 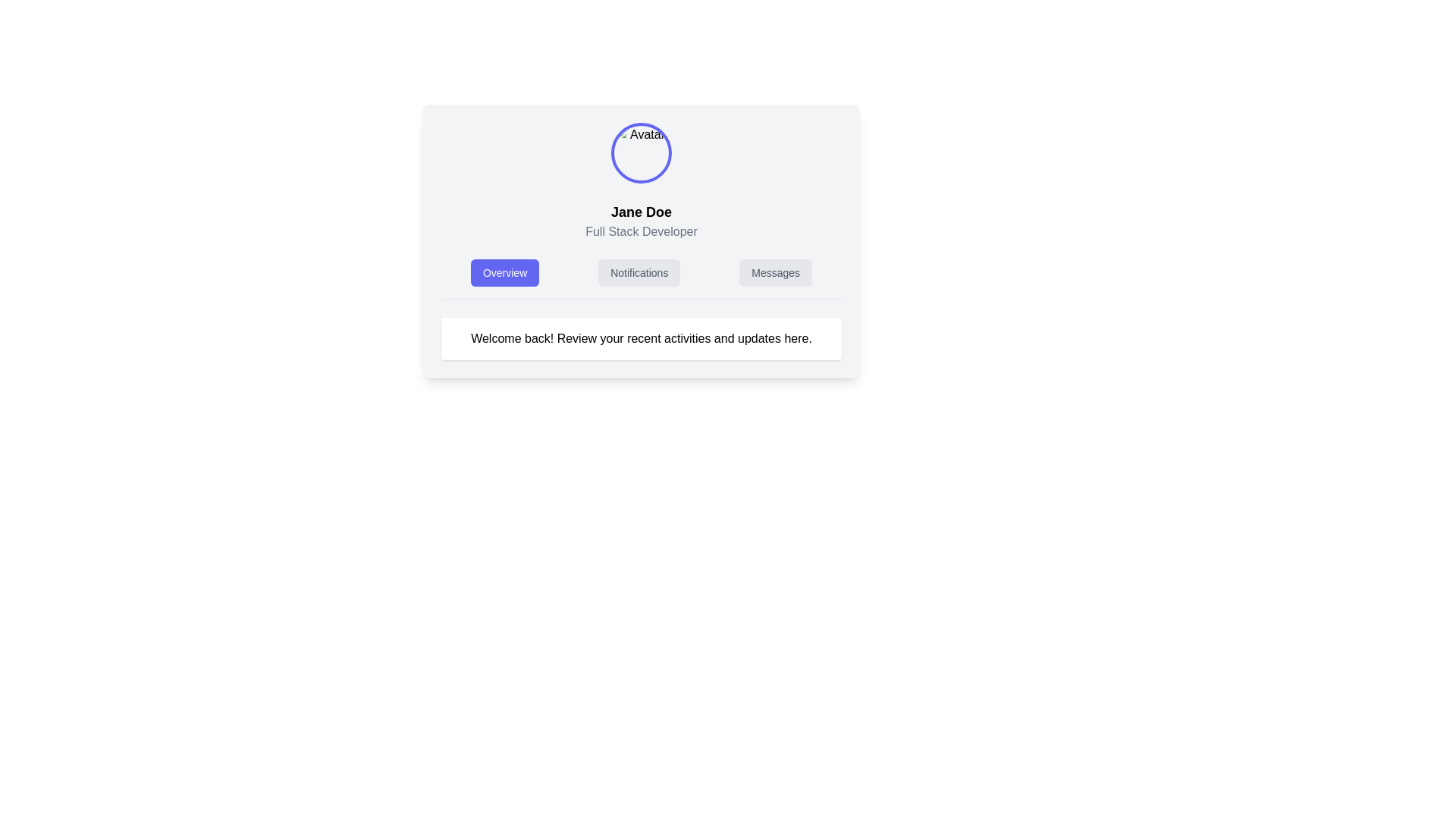 What do you see at coordinates (641, 231) in the screenshot?
I see `the static text label that reads 'Full Stack Developer', which is styled with a light gray font color and positioned below the name 'Jane Doe' in the profile card` at bounding box center [641, 231].